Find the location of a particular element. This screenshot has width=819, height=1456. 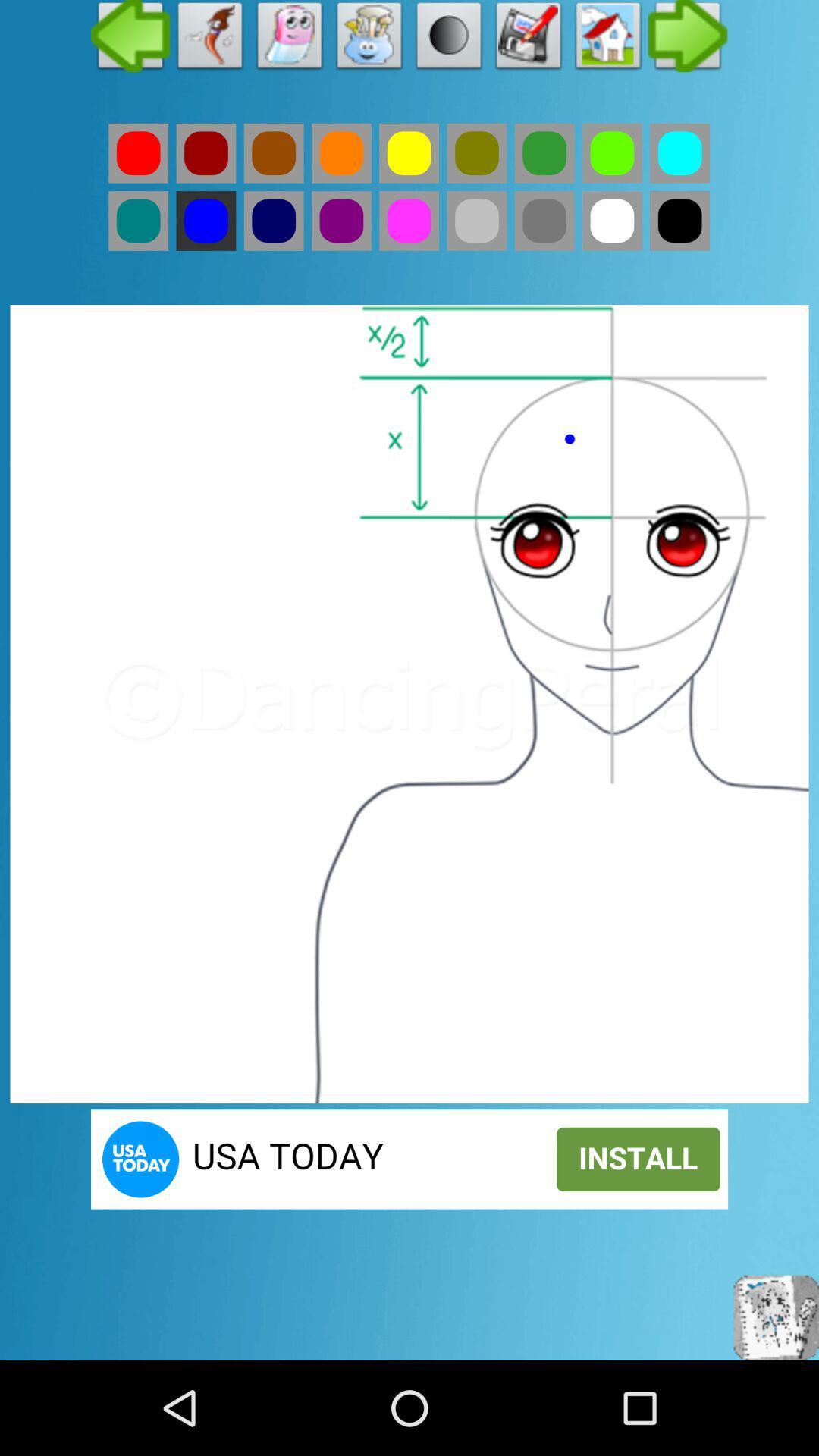

black is located at coordinates (679, 220).